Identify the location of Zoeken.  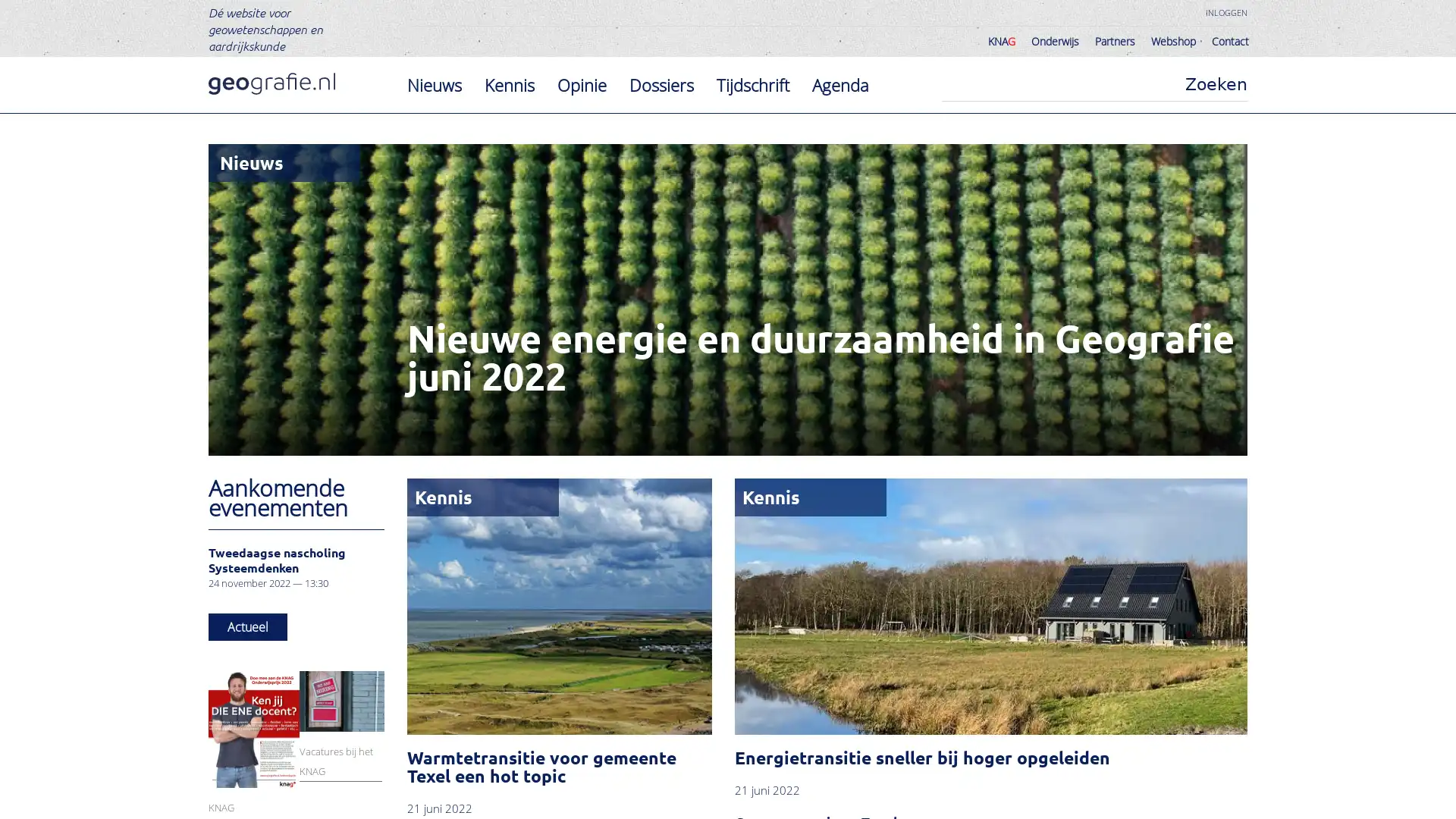
(1216, 84).